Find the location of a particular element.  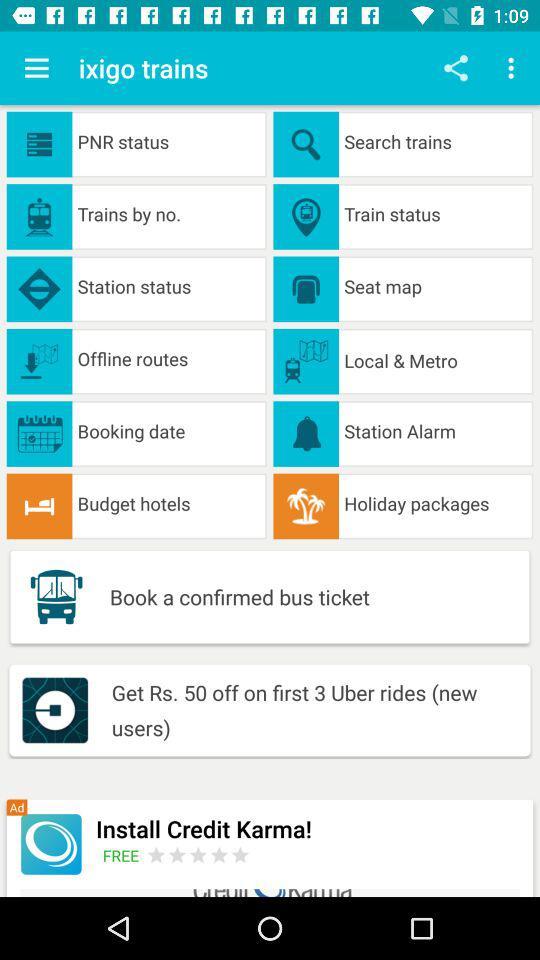

rate the app is located at coordinates (198, 854).